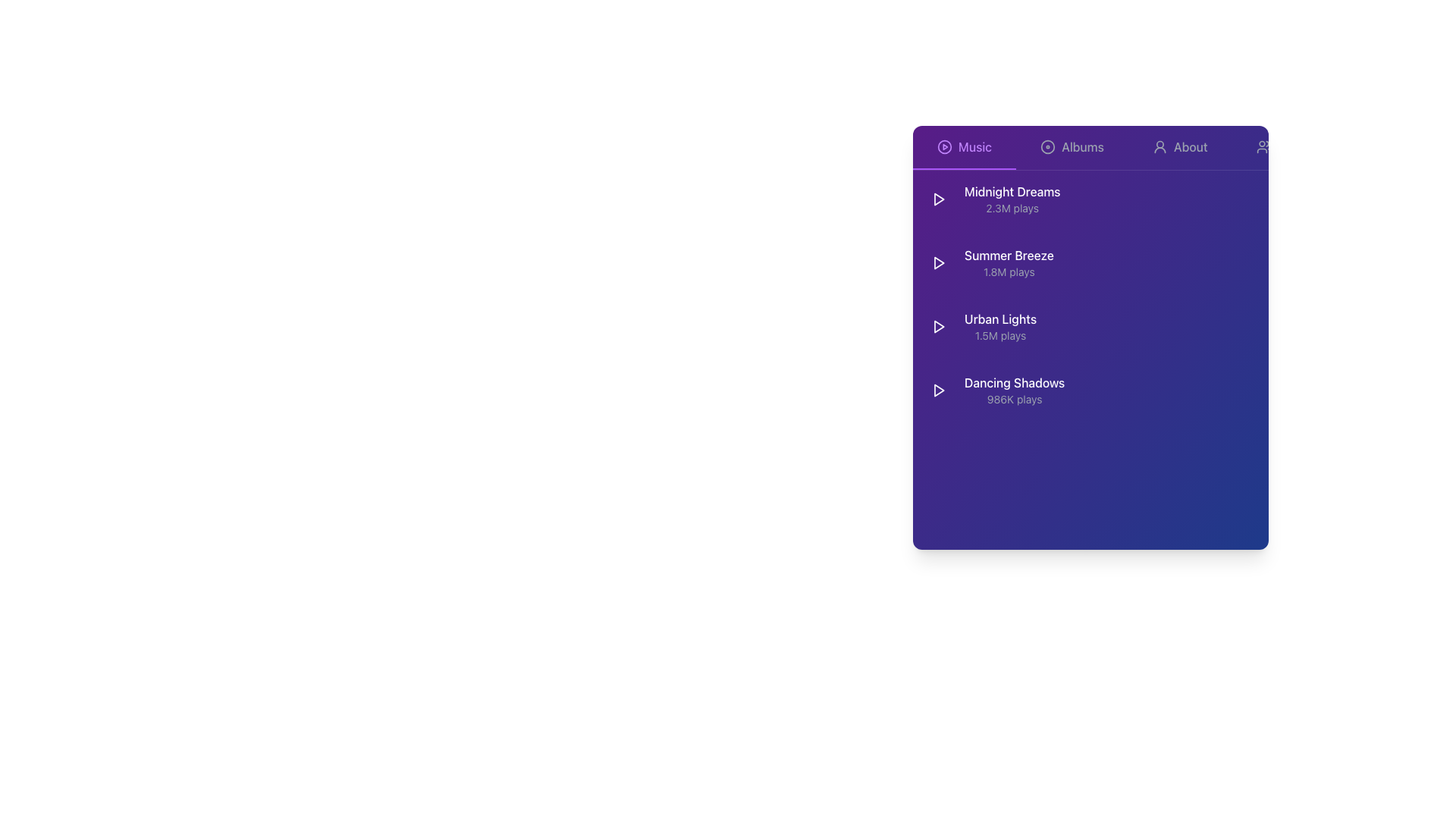  What do you see at coordinates (975, 146) in the screenshot?
I see `the current section` at bounding box center [975, 146].